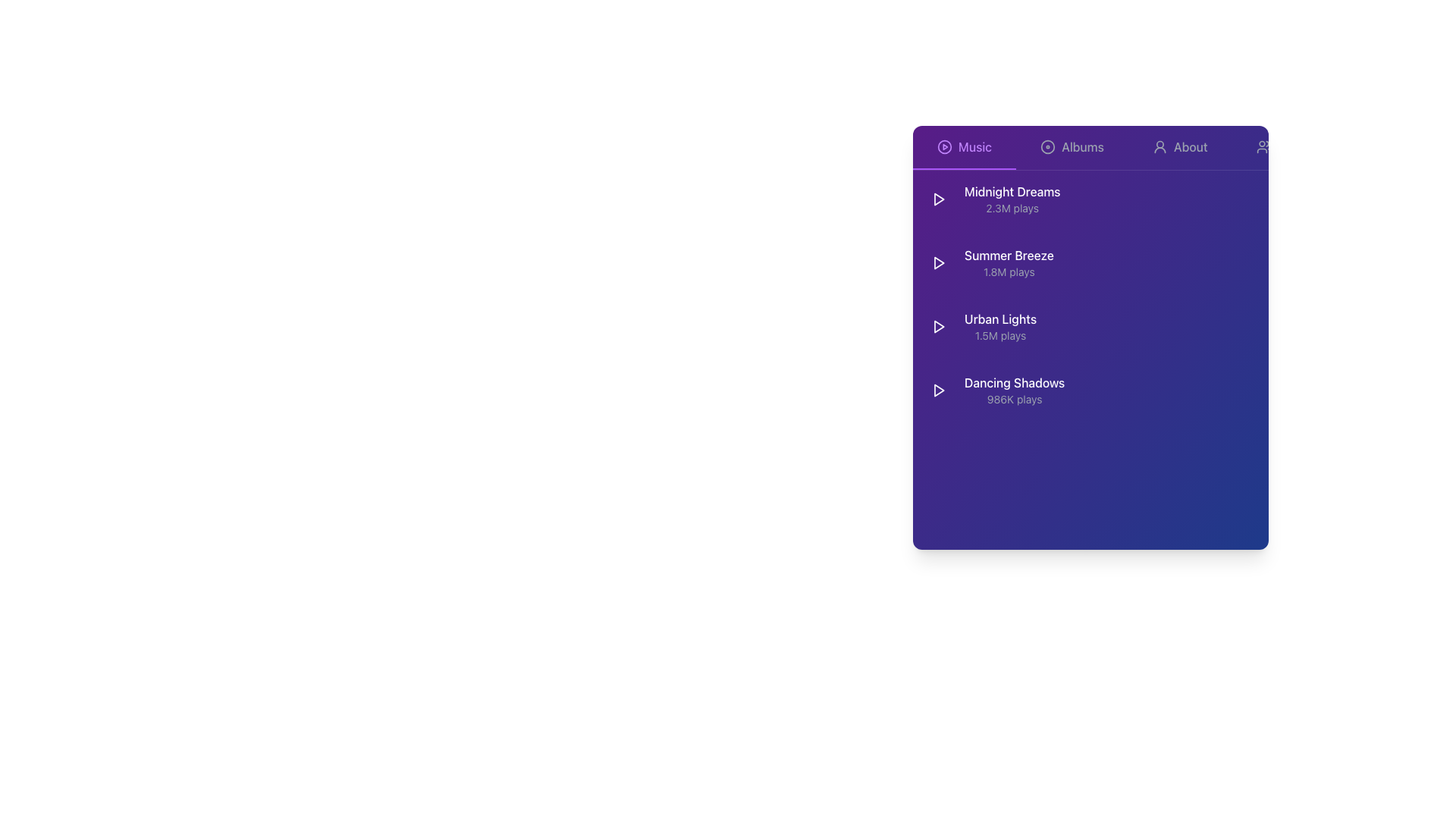  What do you see at coordinates (975, 146) in the screenshot?
I see `the current section` at bounding box center [975, 146].